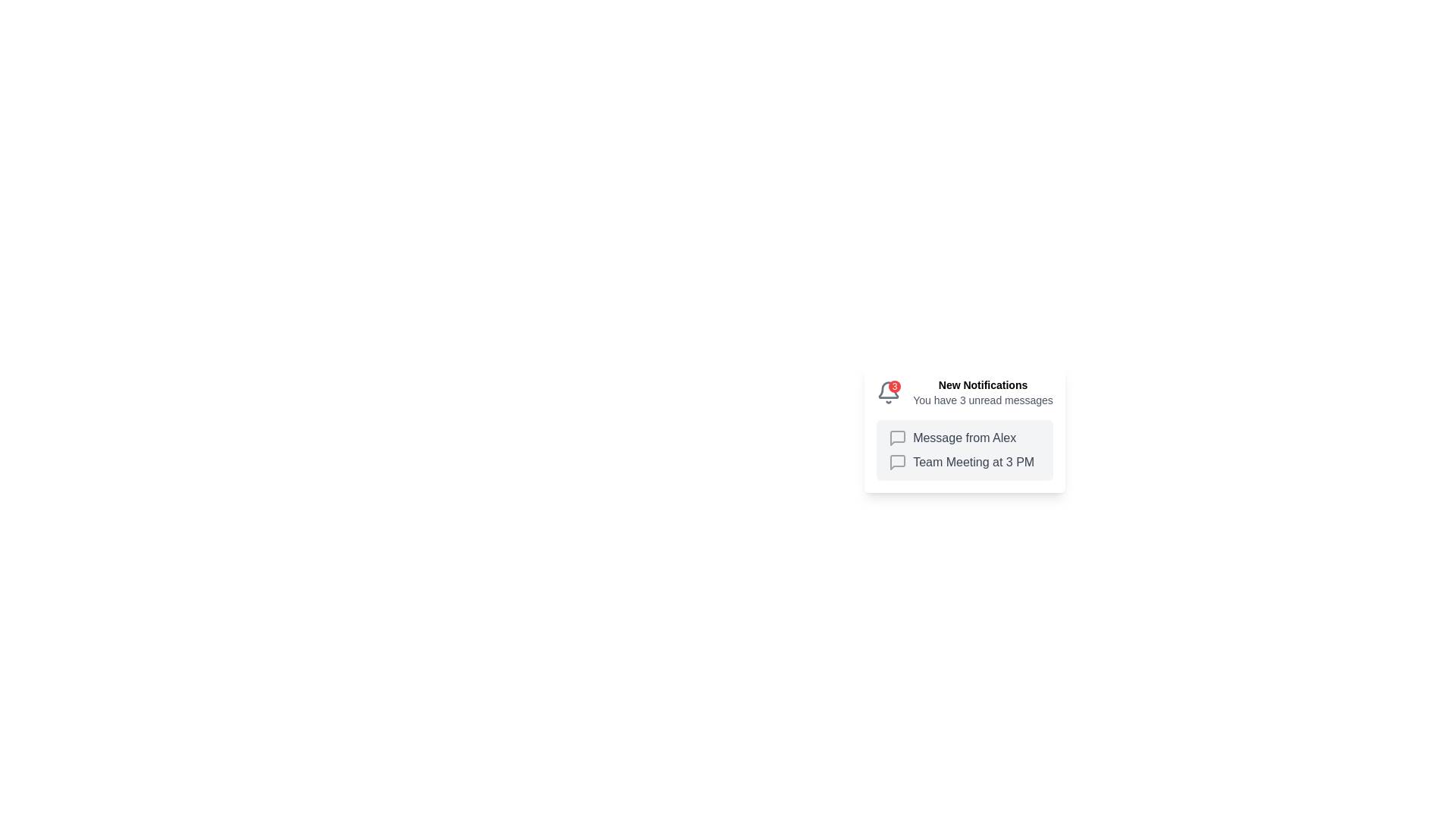 Image resolution: width=1456 pixels, height=819 pixels. Describe the element at coordinates (964, 438) in the screenshot. I see `the Notification Text with Icon that informs the user about a new message from Alex` at that location.